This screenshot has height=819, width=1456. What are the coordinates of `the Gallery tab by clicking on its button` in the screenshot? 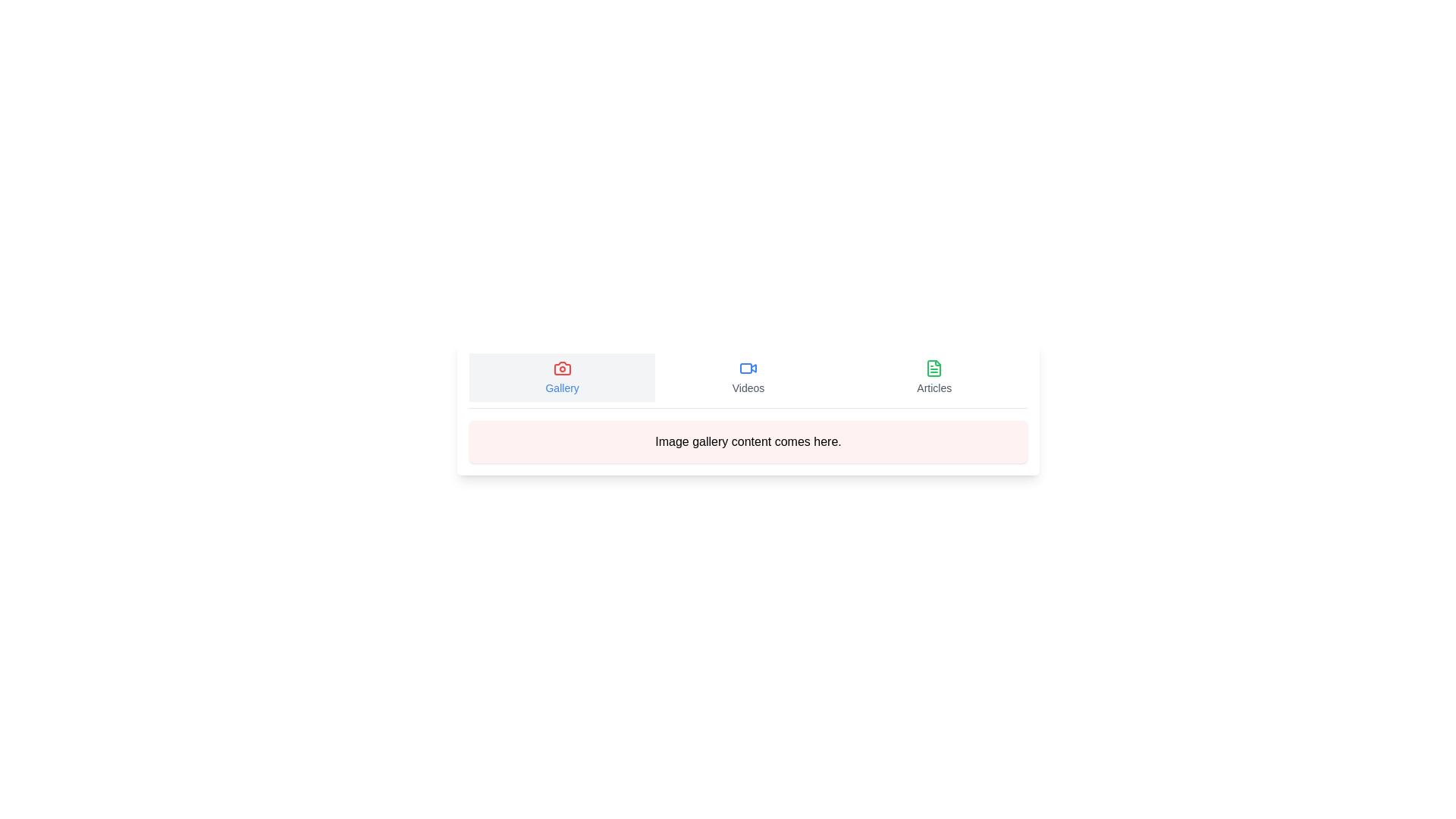 It's located at (561, 376).